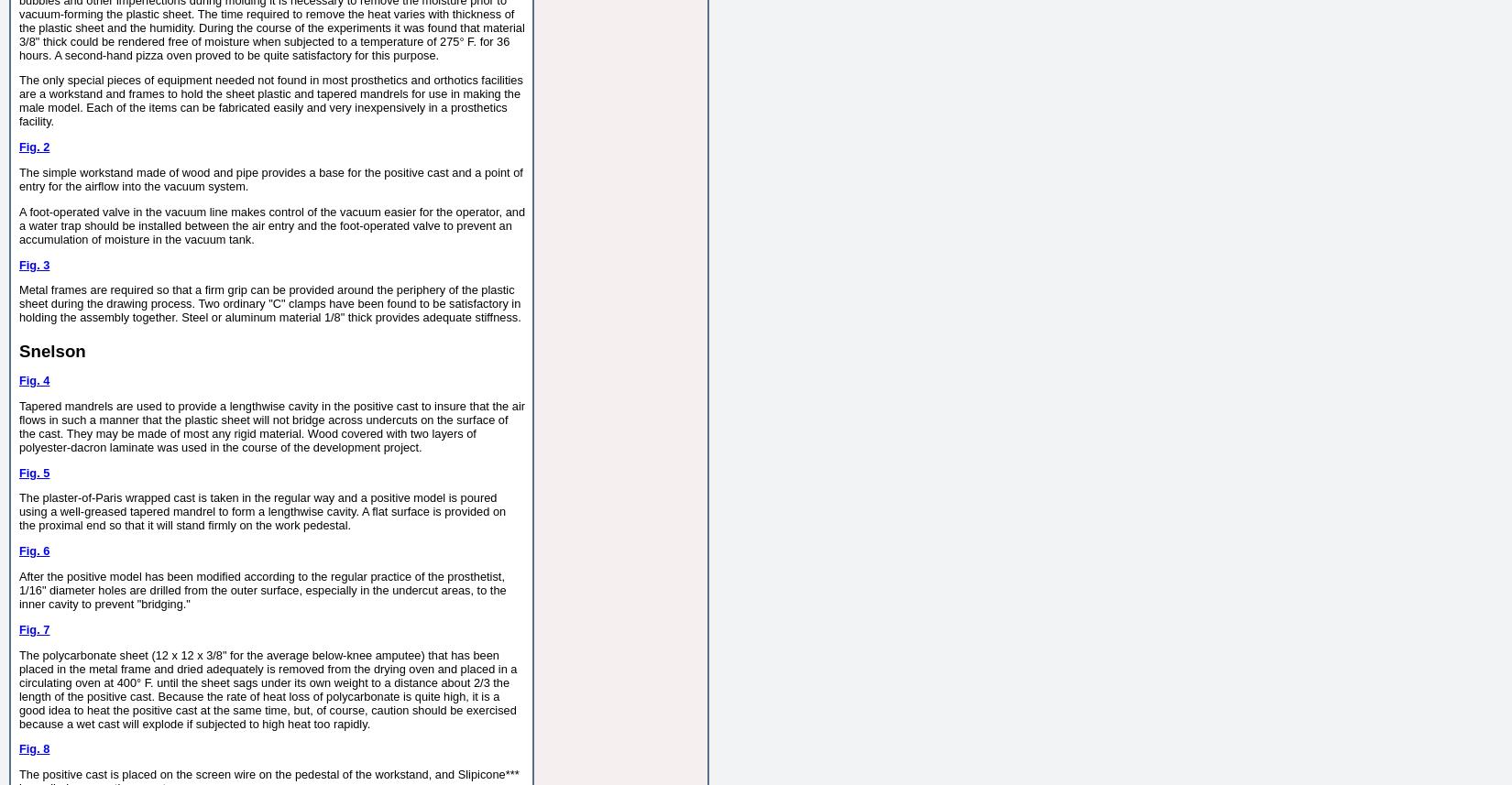 The image size is (1512, 785). What do you see at coordinates (34, 263) in the screenshot?
I see `'Fig. 3'` at bounding box center [34, 263].